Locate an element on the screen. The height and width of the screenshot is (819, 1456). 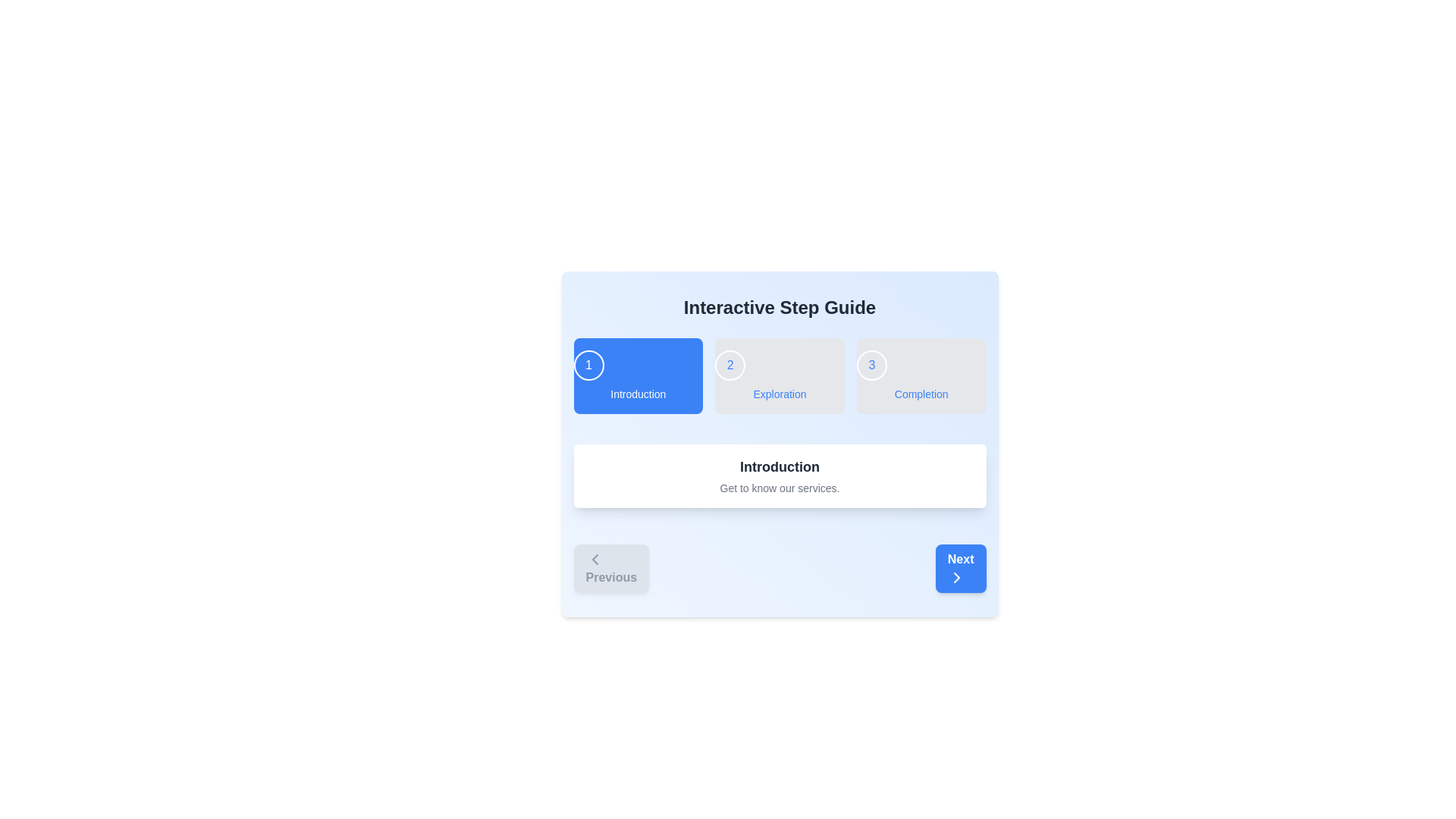
heading 'Introduction' and the description 'Get to know our services.' from the Informational card, which is centrally located in the Interactive Step Guide, below the step indications and above the navigation buttons is located at coordinates (780, 475).